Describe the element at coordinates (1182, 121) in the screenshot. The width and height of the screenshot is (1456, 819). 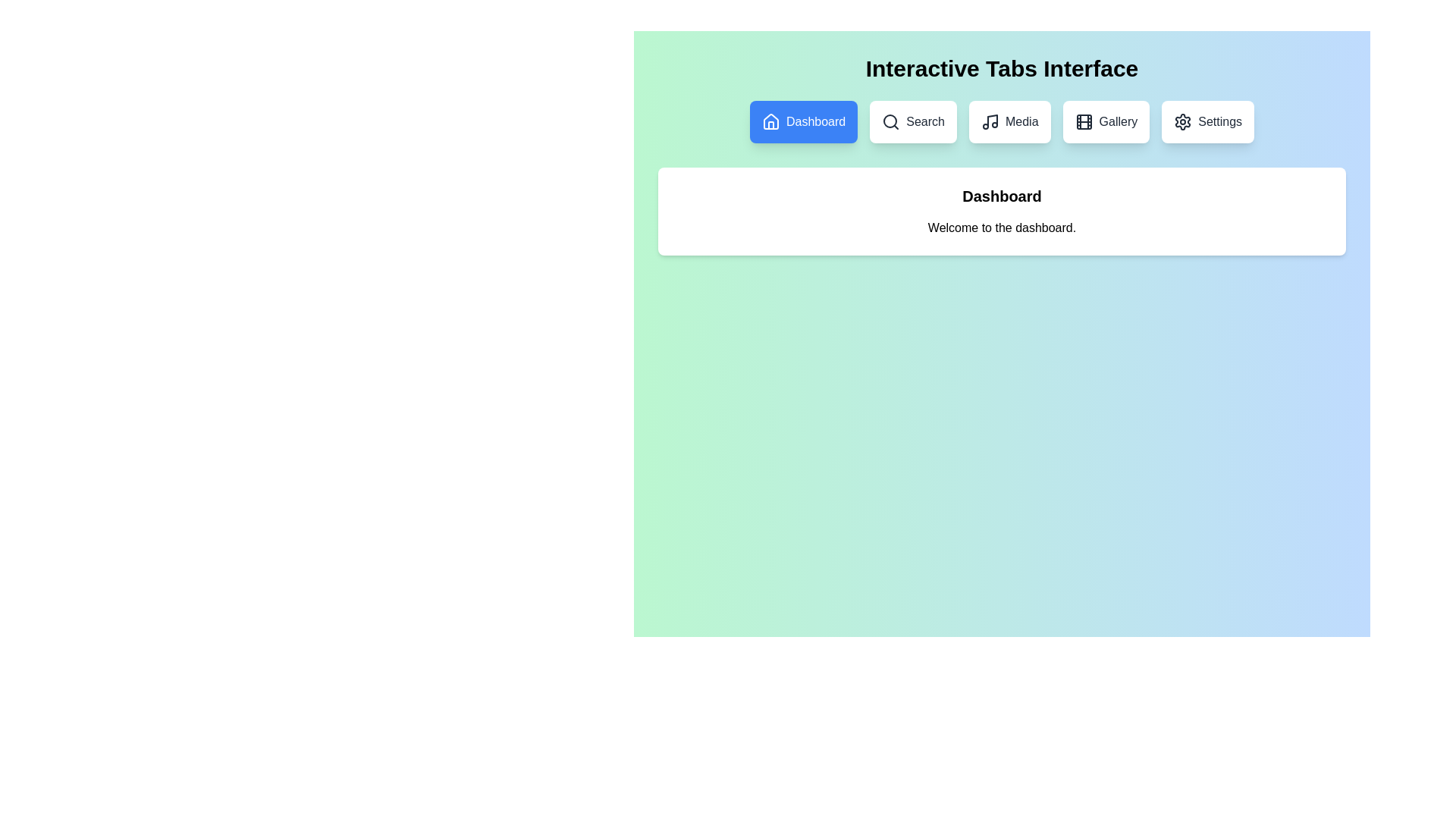
I see `the settings icon, which is a gear-shaped icon located inside the 'Settings' button in the navigation bar at the top right of the interface` at that location.